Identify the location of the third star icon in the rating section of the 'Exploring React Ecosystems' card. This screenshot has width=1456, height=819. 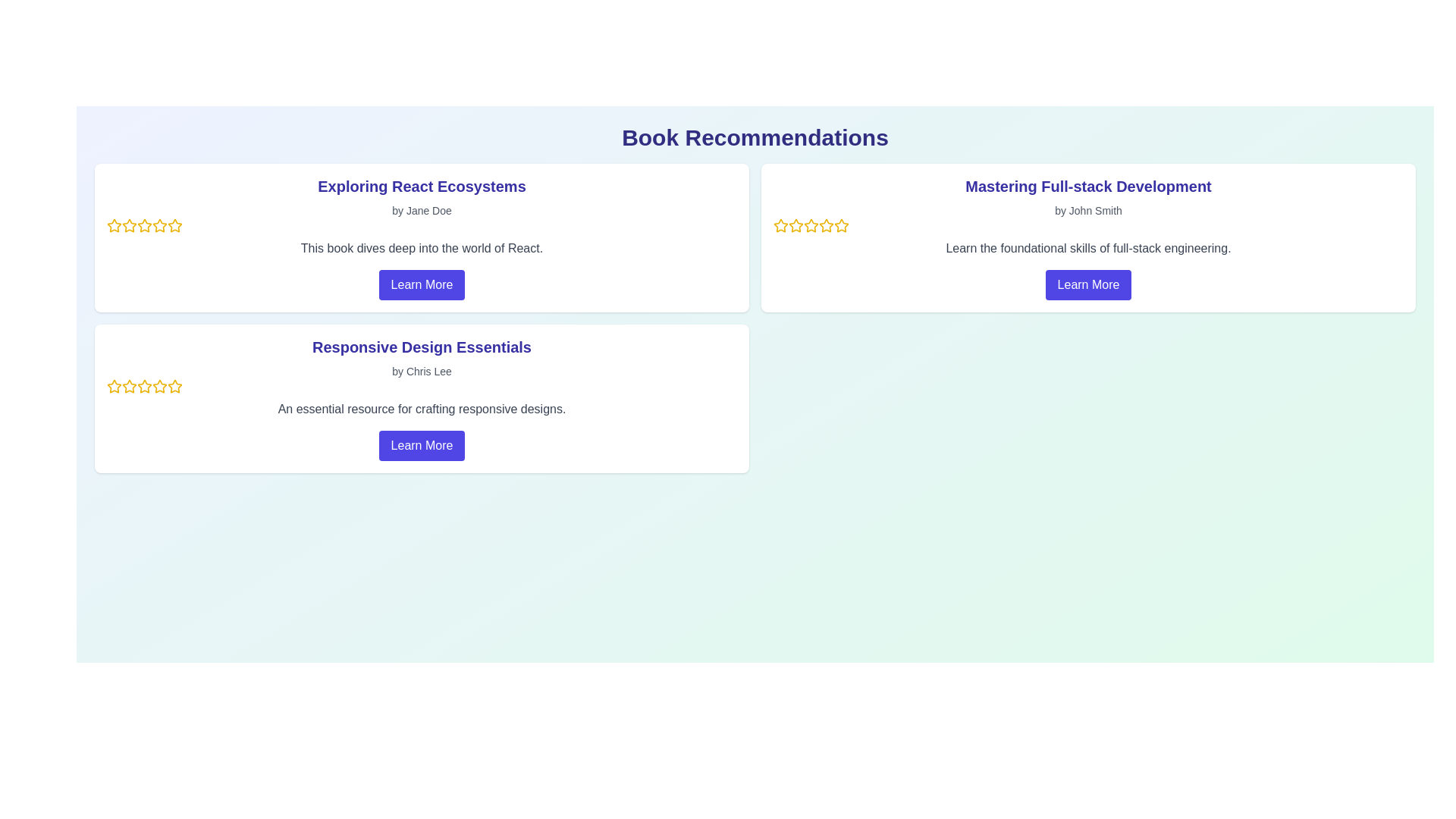
(160, 225).